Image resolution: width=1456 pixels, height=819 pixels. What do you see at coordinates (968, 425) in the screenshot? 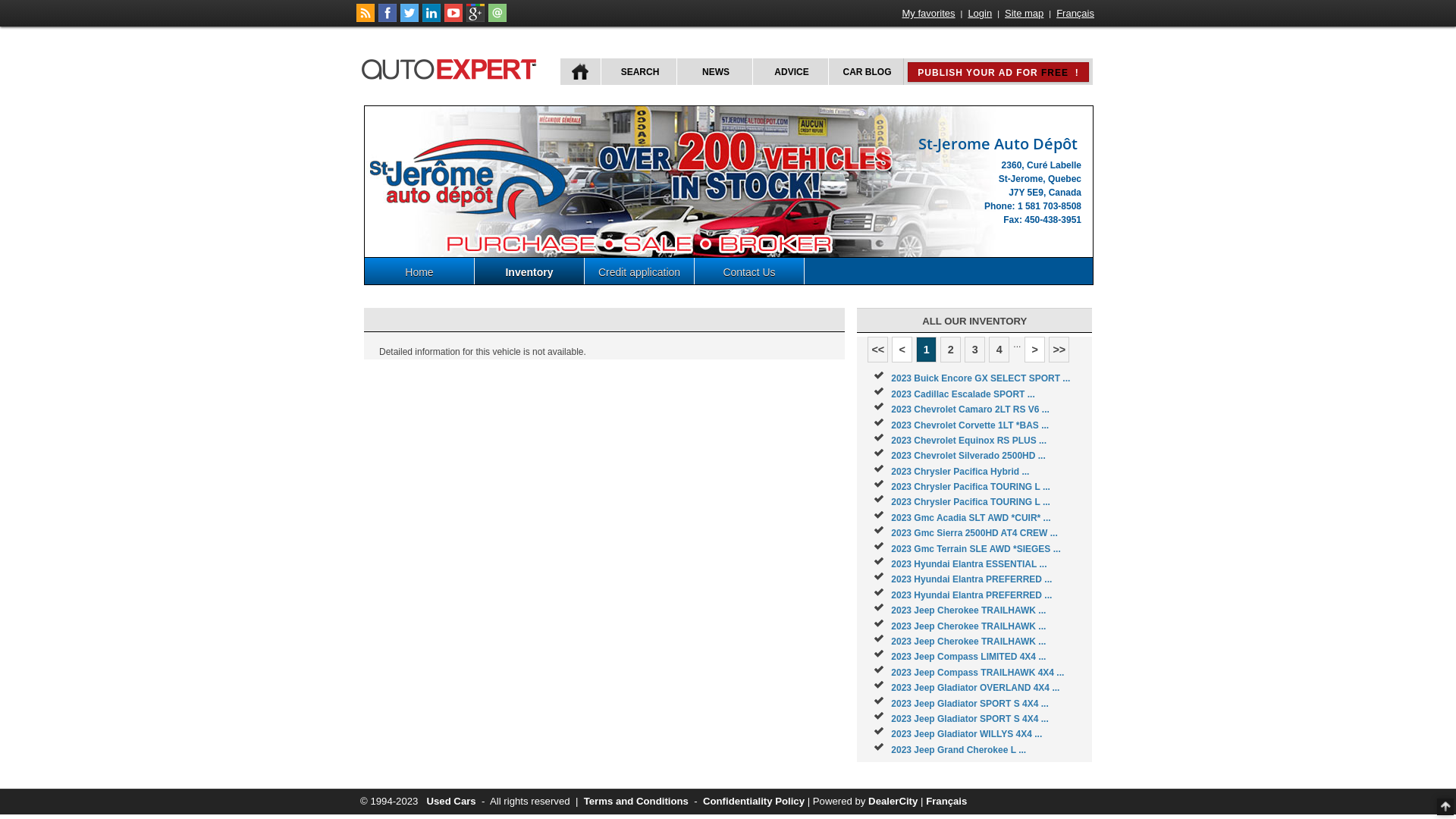
I see `'2023 Chevrolet Corvette 1LT *BAS ...'` at bounding box center [968, 425].